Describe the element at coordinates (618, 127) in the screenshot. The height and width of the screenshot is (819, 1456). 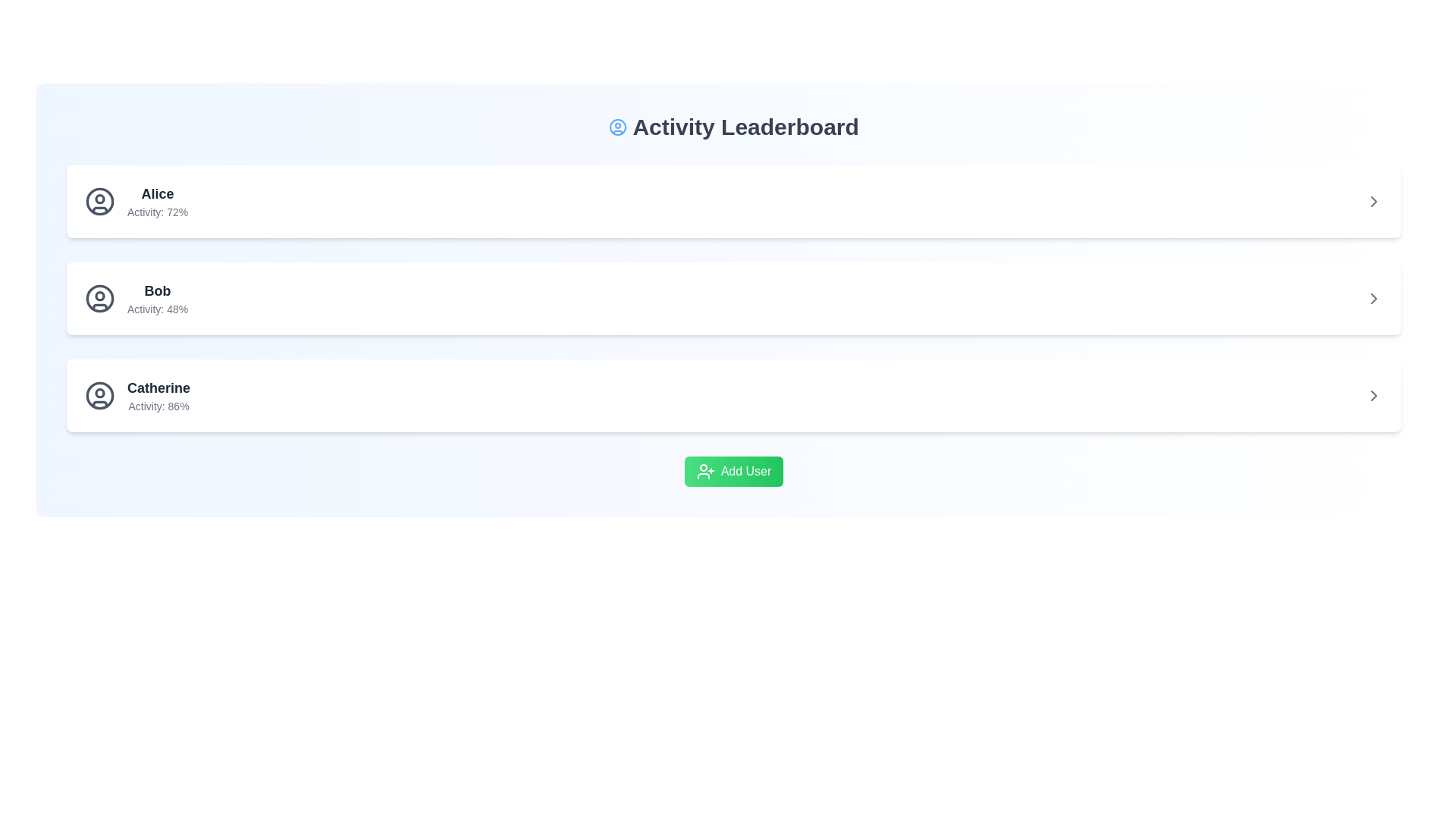
I see `the circular graphical icon resembling a user, which has a blue outline and is located near the 'Activity Leaderboard' heading` at that location.